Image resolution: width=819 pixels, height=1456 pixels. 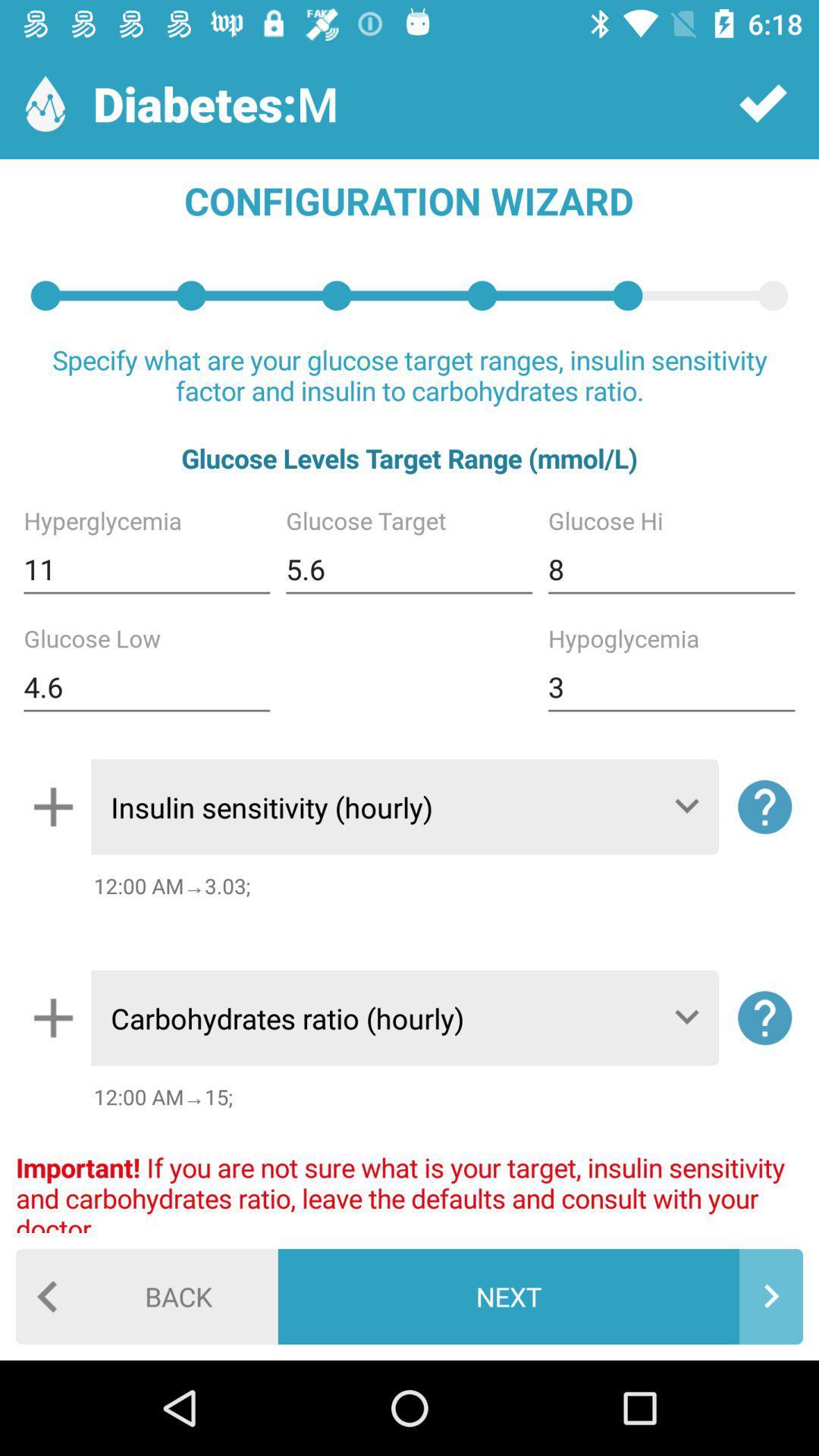 What do you see at coordinates (146, 1295) in the screenshot?
I see `the icon next to the next item` at bounding box center [146, 1295].